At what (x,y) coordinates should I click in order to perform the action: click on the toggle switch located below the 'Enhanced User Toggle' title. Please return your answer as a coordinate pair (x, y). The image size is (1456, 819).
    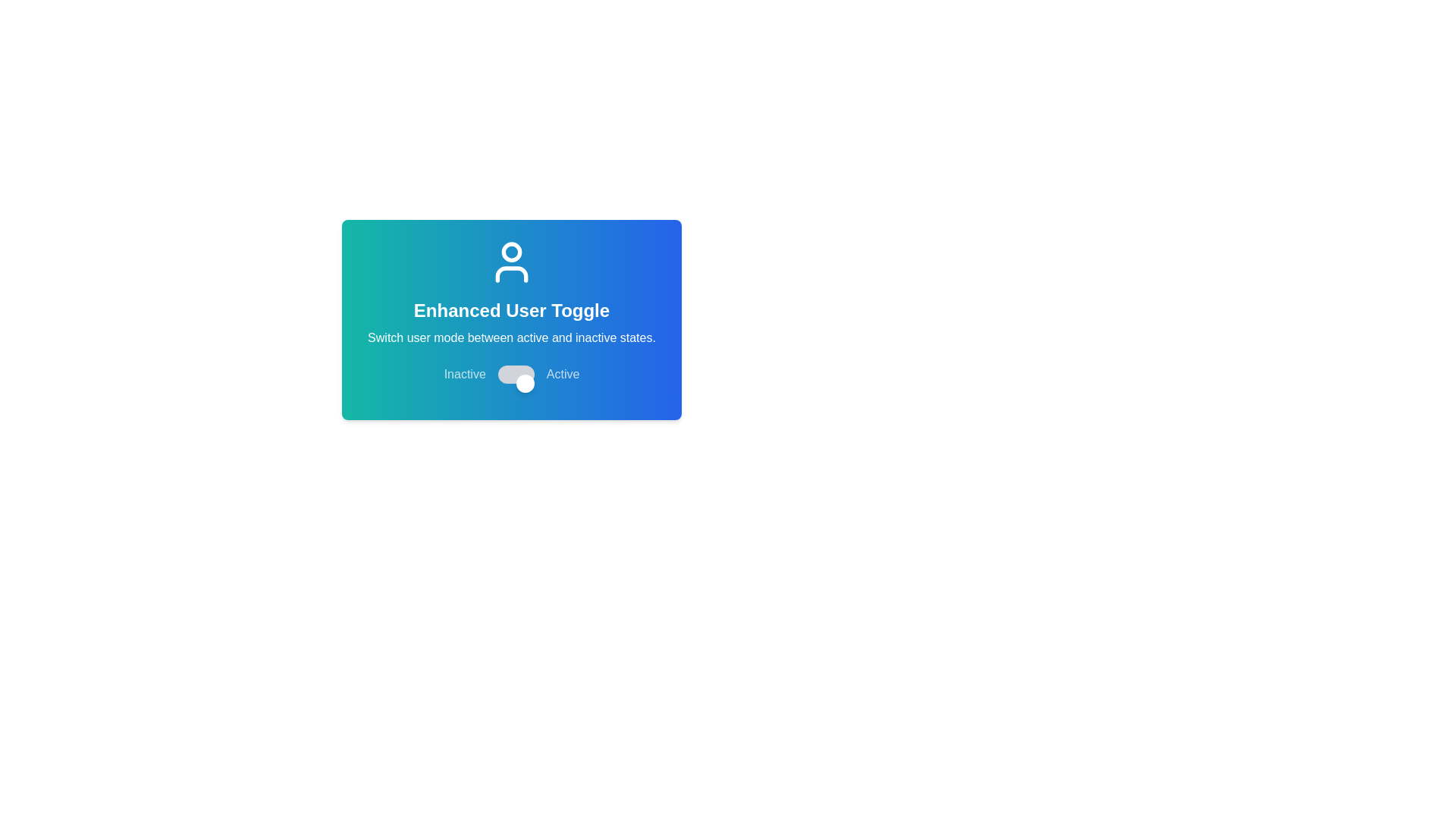
    Looking at the image, I should click on (516, 374).